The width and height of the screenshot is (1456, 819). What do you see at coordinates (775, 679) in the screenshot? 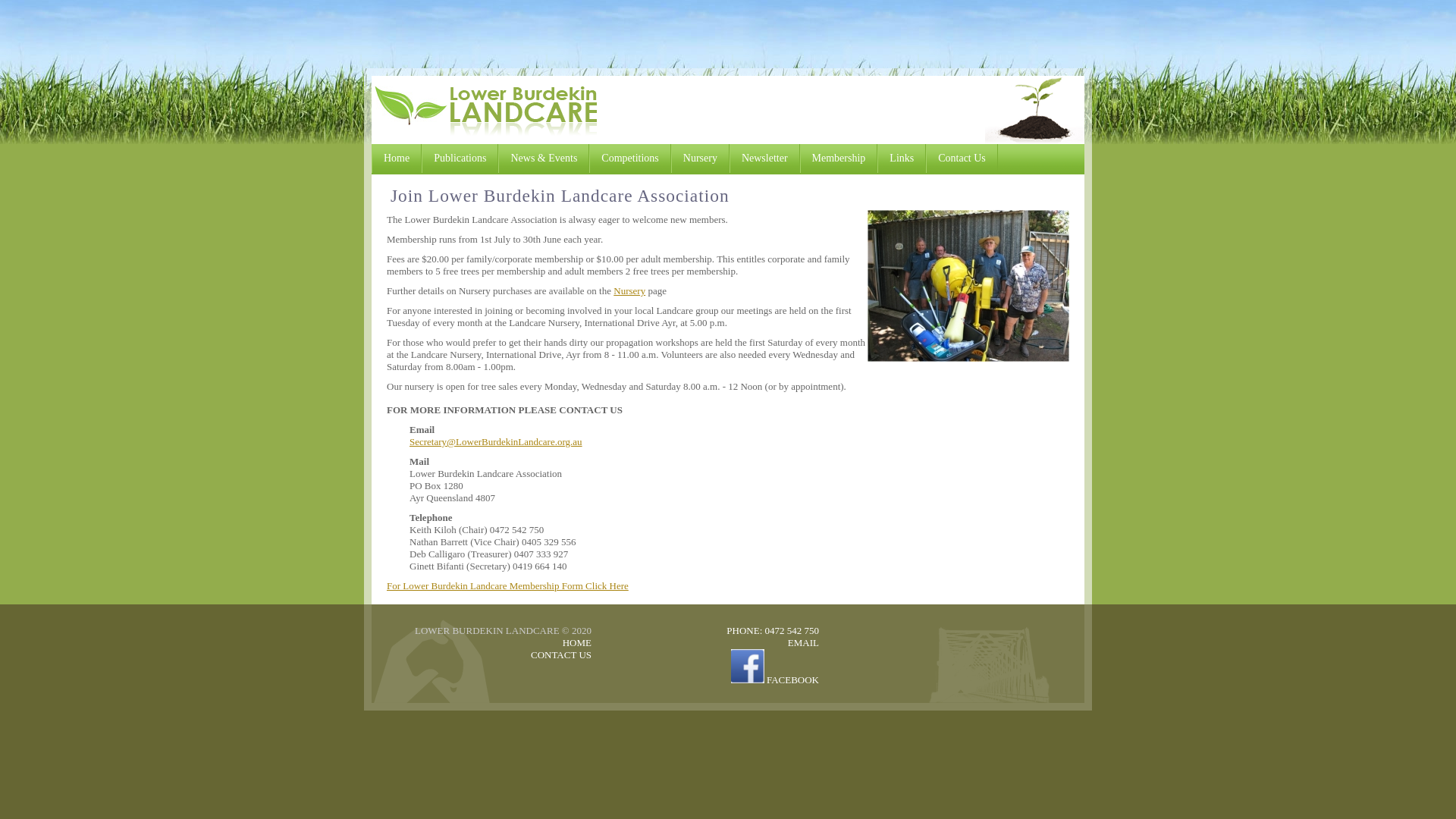
I see `'FACEBOOK'` at bounding box center [775, 679].